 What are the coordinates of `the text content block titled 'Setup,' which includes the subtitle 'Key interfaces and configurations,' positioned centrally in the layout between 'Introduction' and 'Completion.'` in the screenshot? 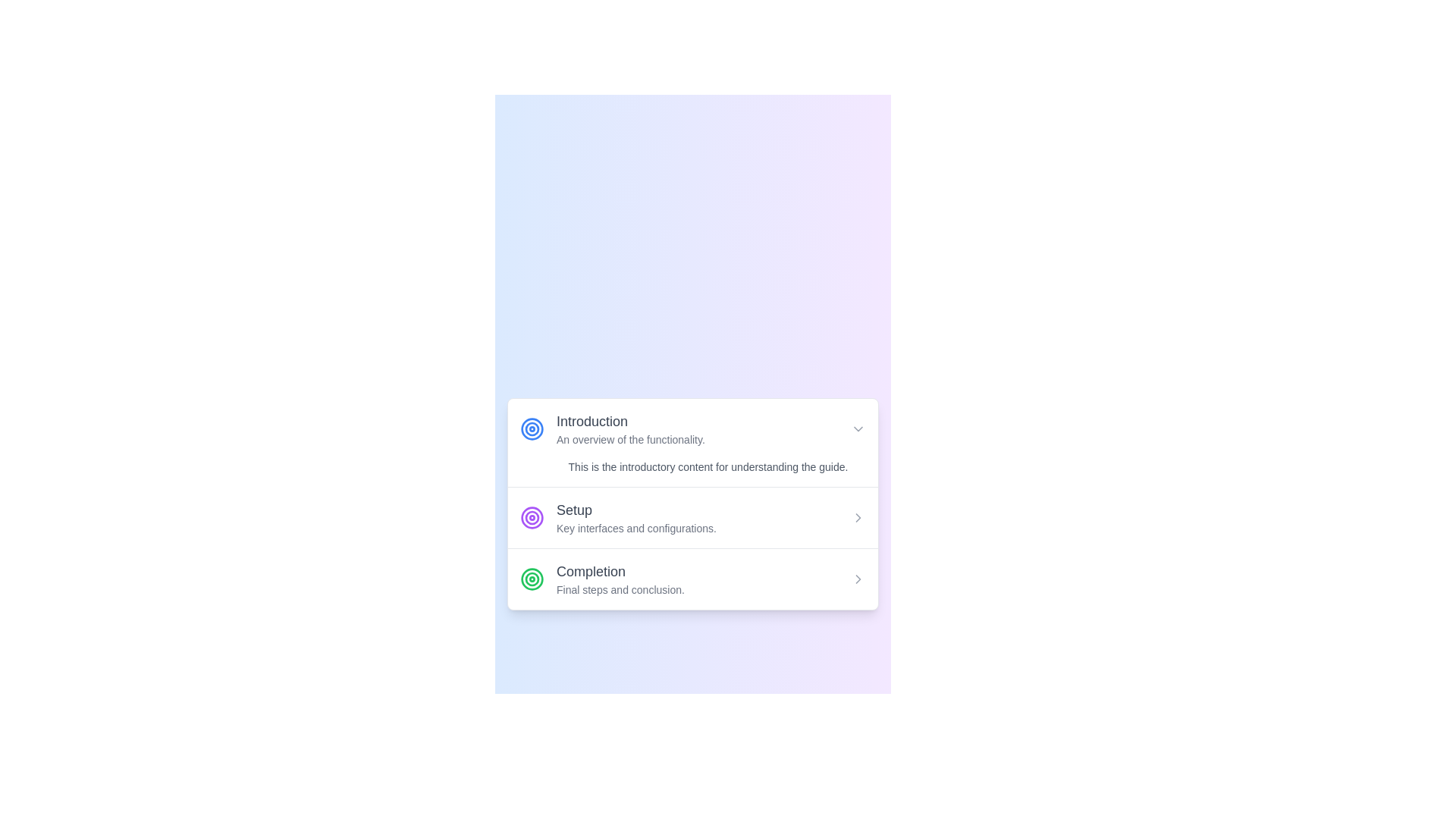 It's located at (636, 516).